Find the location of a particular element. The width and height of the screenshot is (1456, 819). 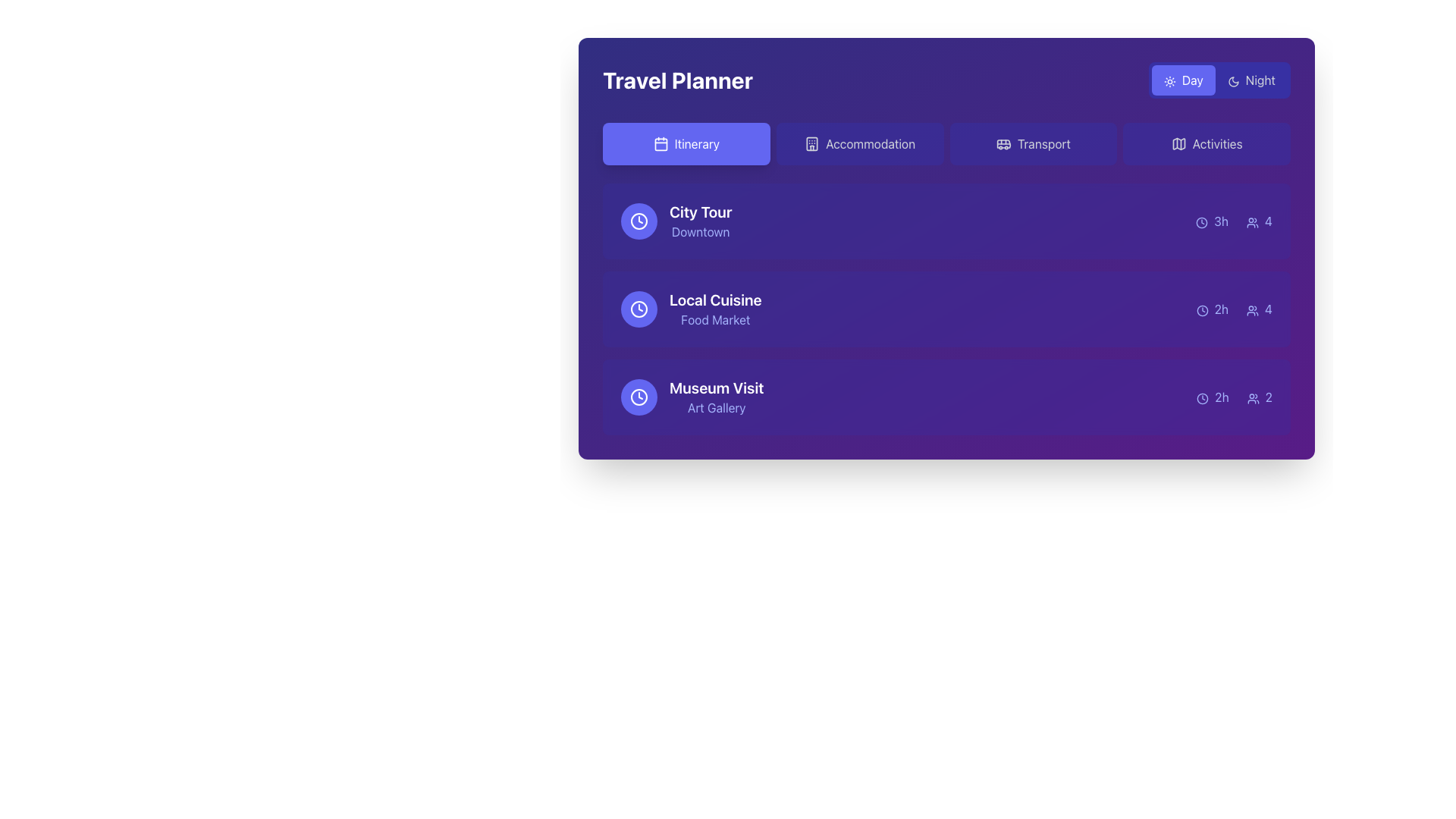

the display of the circular clock icon located to the left of the '2h' text in the third list item of the 'Travel Planner' interface is located at coordinates (1202, 397).